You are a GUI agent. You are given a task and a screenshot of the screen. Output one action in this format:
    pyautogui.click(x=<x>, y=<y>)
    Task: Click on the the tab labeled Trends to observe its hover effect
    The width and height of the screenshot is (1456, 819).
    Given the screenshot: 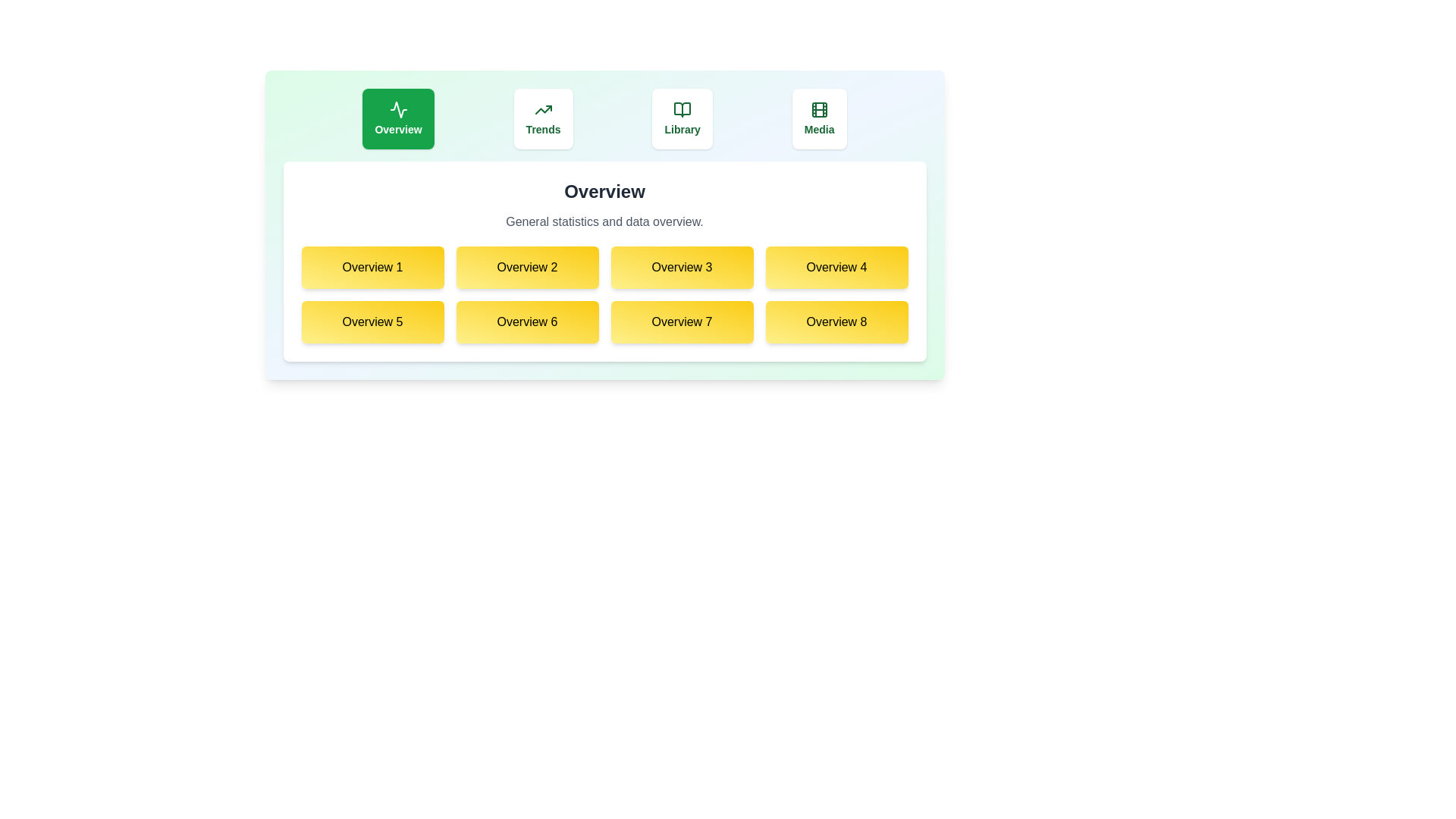 What is the action you would take?
    pyautogui.click(x=543, y=118)
    